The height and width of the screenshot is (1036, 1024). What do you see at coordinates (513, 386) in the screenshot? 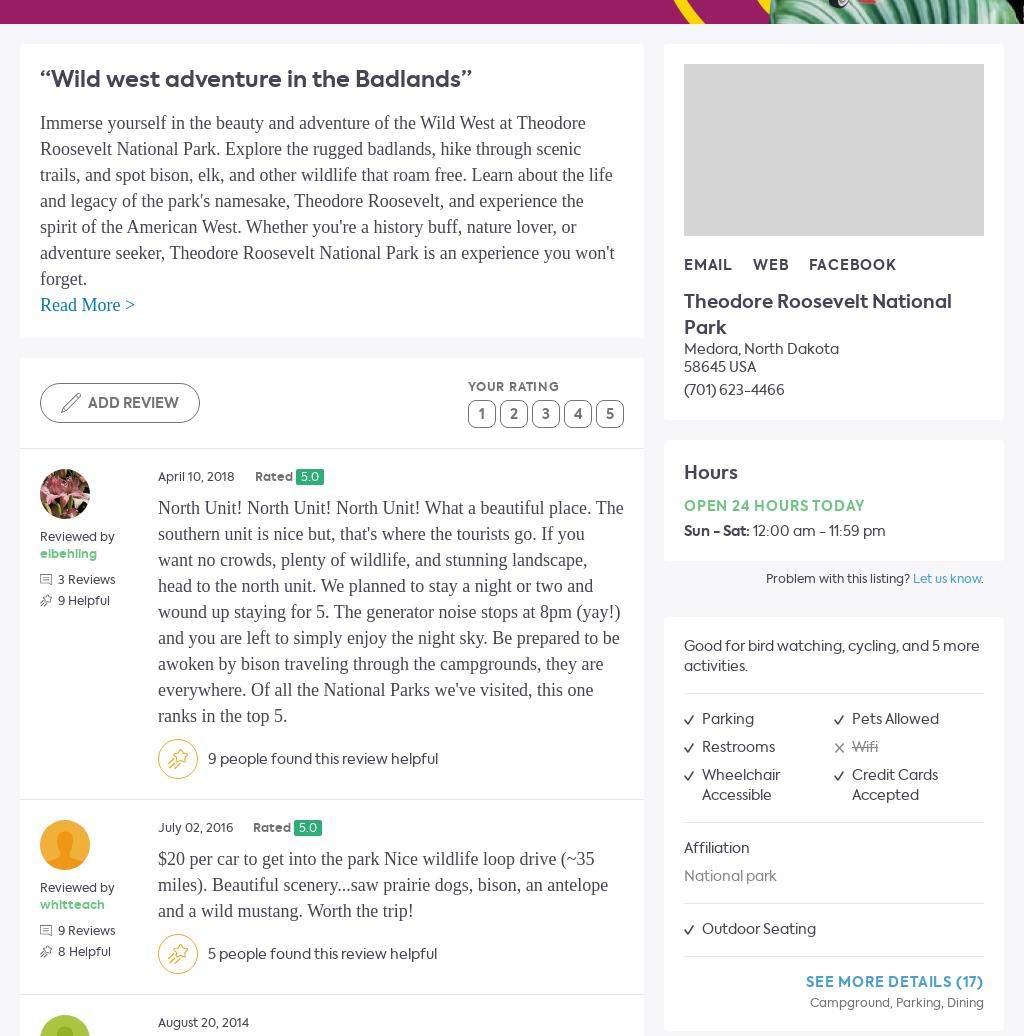
I see `'Your Rating'` at bounding box center [513, 386].